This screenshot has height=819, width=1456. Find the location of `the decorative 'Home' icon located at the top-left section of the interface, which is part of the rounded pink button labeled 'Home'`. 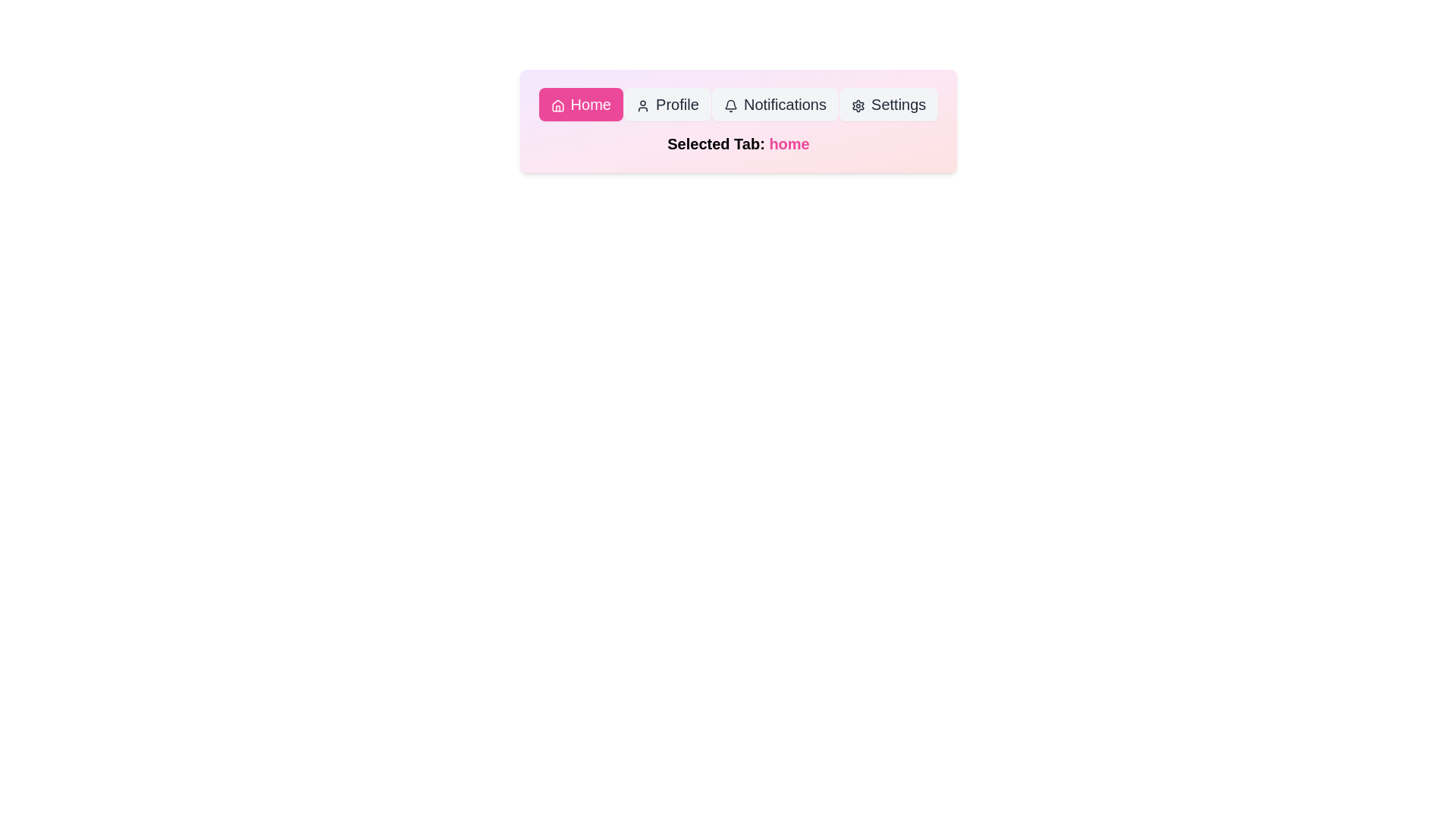

the decorative 'Home' icon located at the top-left section of the interface, which is part of the rounded pink button labeled 'Home' is located at coordinates (557, 105).